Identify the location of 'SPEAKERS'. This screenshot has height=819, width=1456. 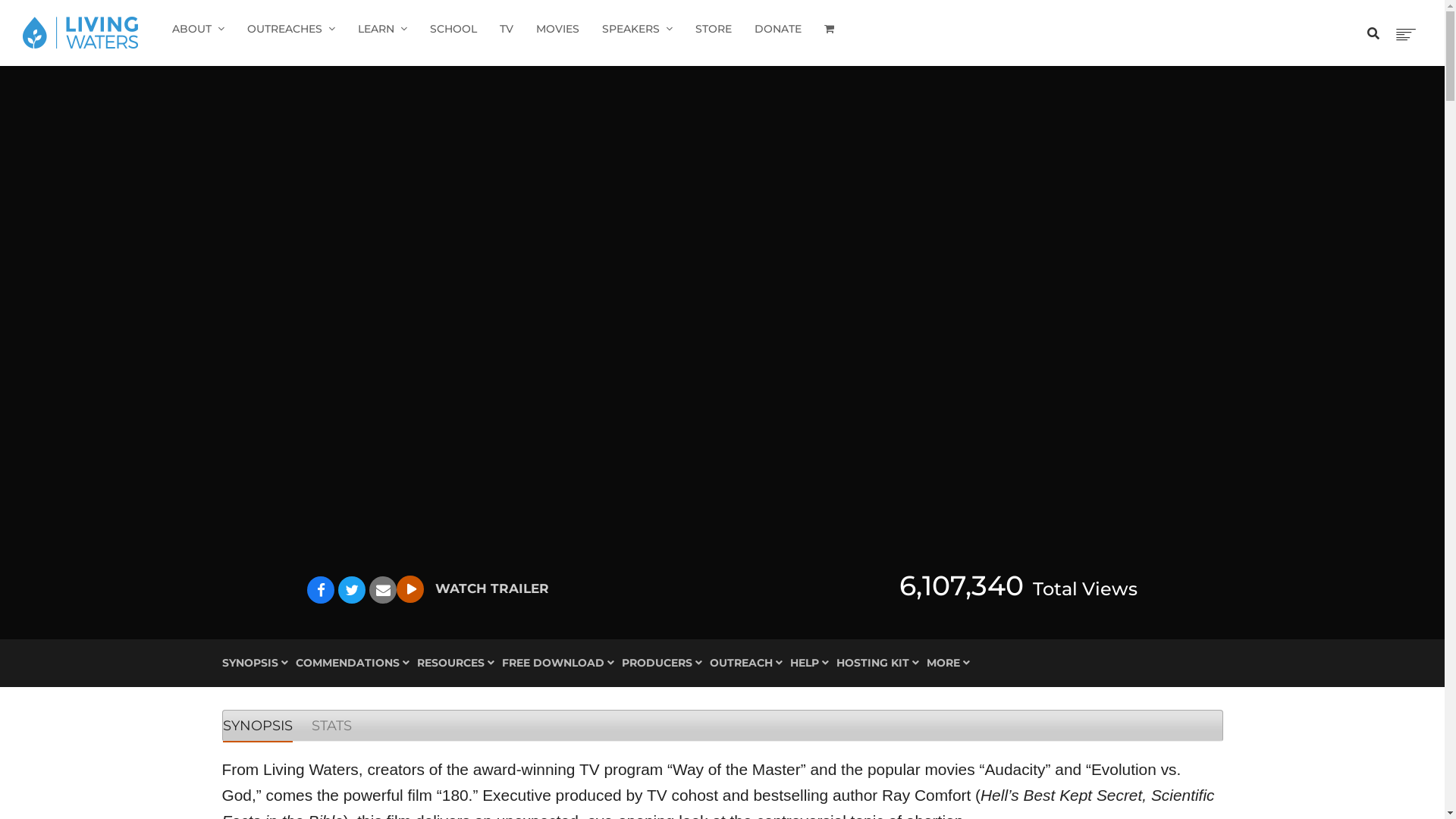
(637, 29).